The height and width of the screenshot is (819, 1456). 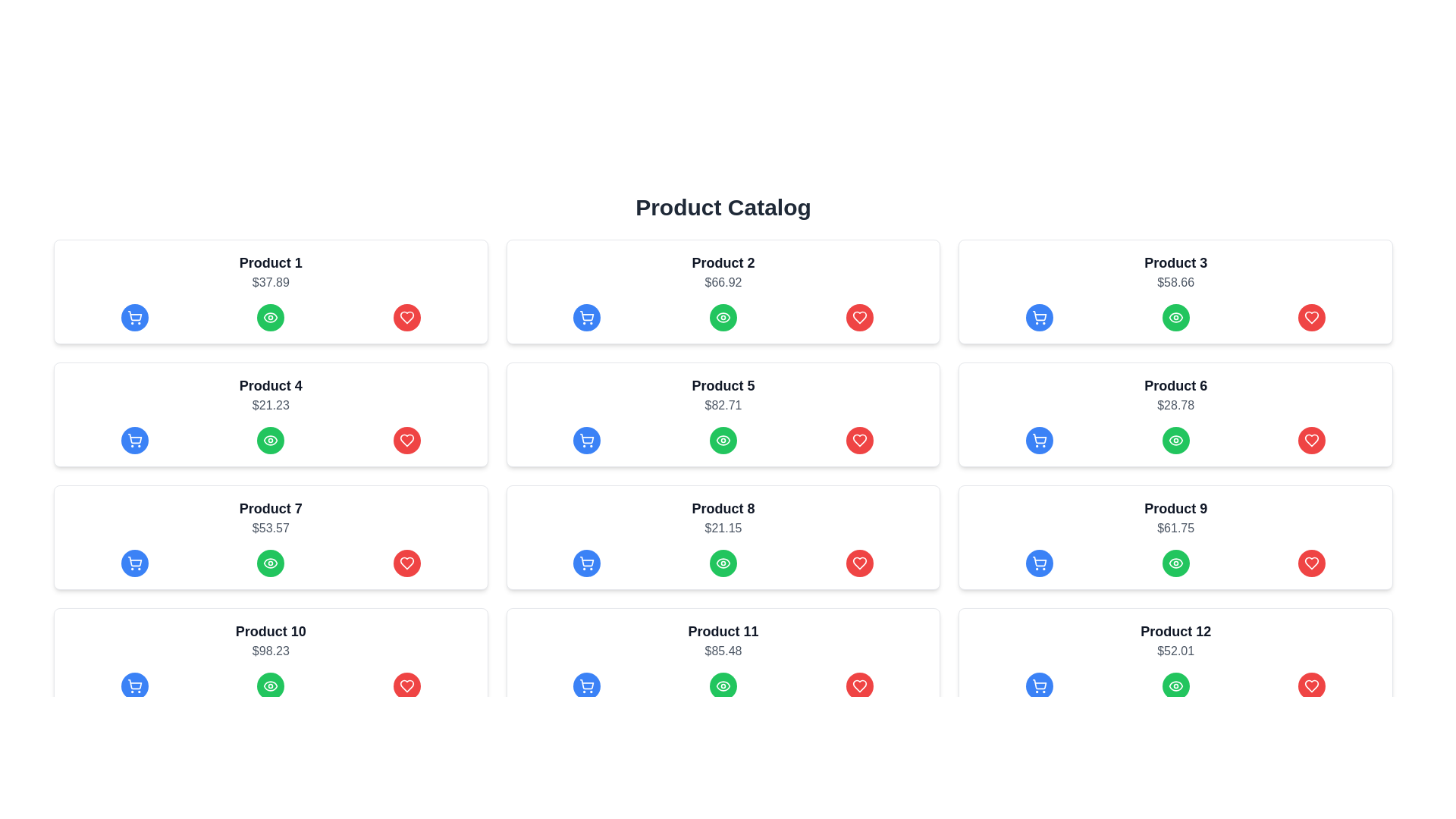 What do you see at coordinates (1039, 317) in the screenshot?
I see `the 'Add to Cart' button for 'Product 3' located in the first row, third column of the product grid layout` at bounding box center [1039, 317].